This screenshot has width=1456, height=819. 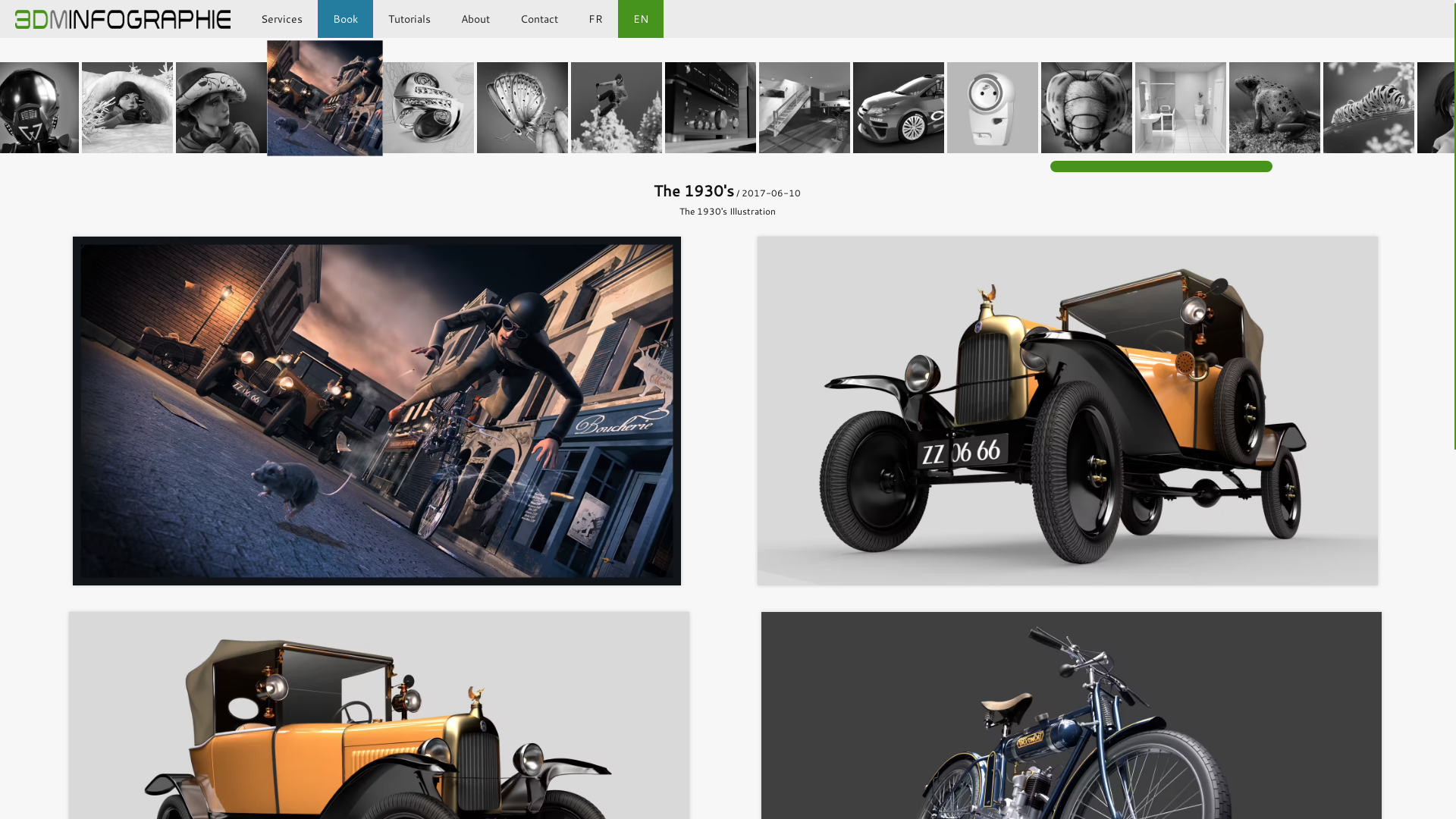 I want to click on 'Tutorials', so click(x=409, y=18).